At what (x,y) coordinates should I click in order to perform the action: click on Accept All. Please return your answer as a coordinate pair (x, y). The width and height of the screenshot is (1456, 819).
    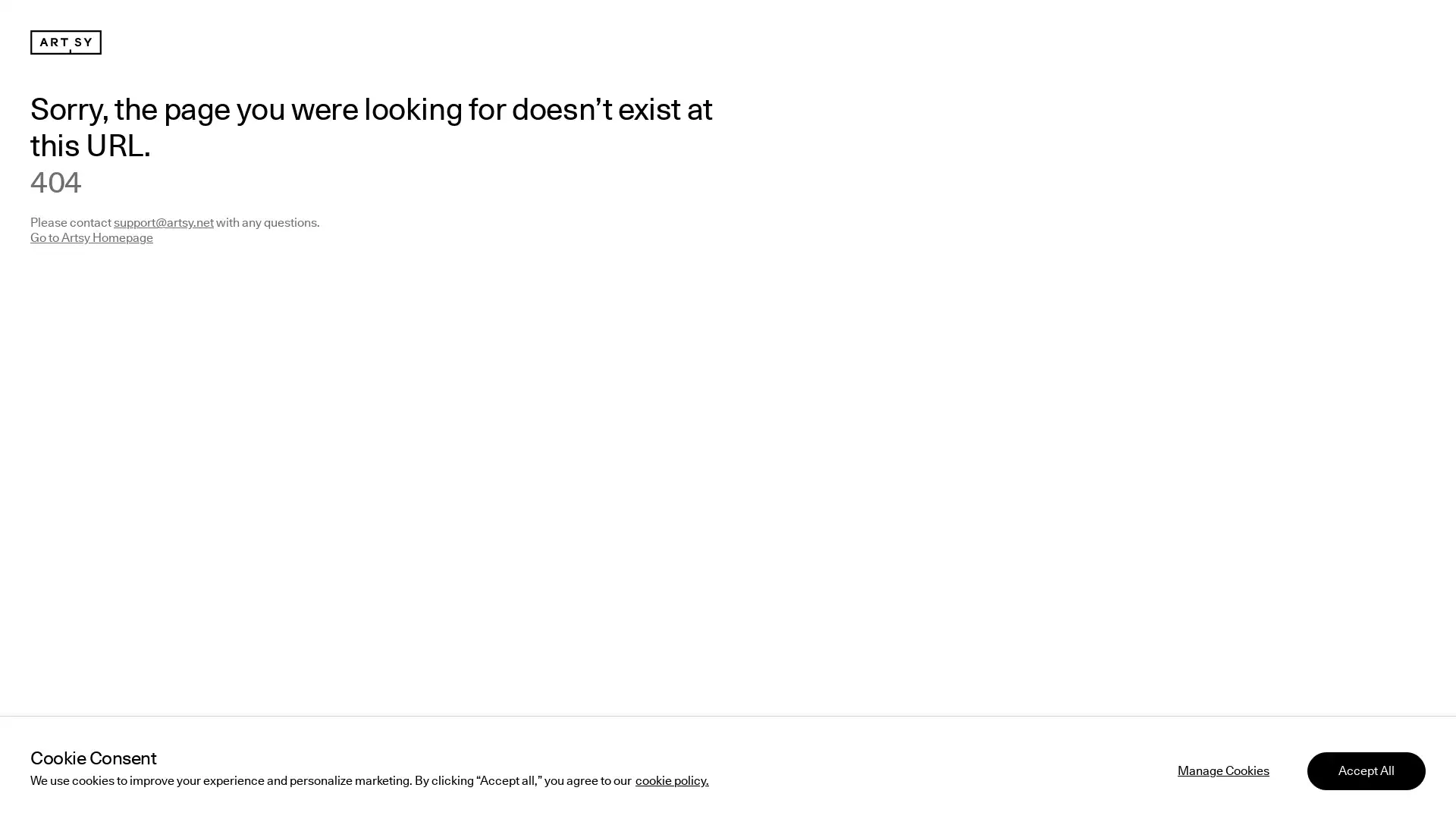
    Looking at the image, I should click on (1366, 769).